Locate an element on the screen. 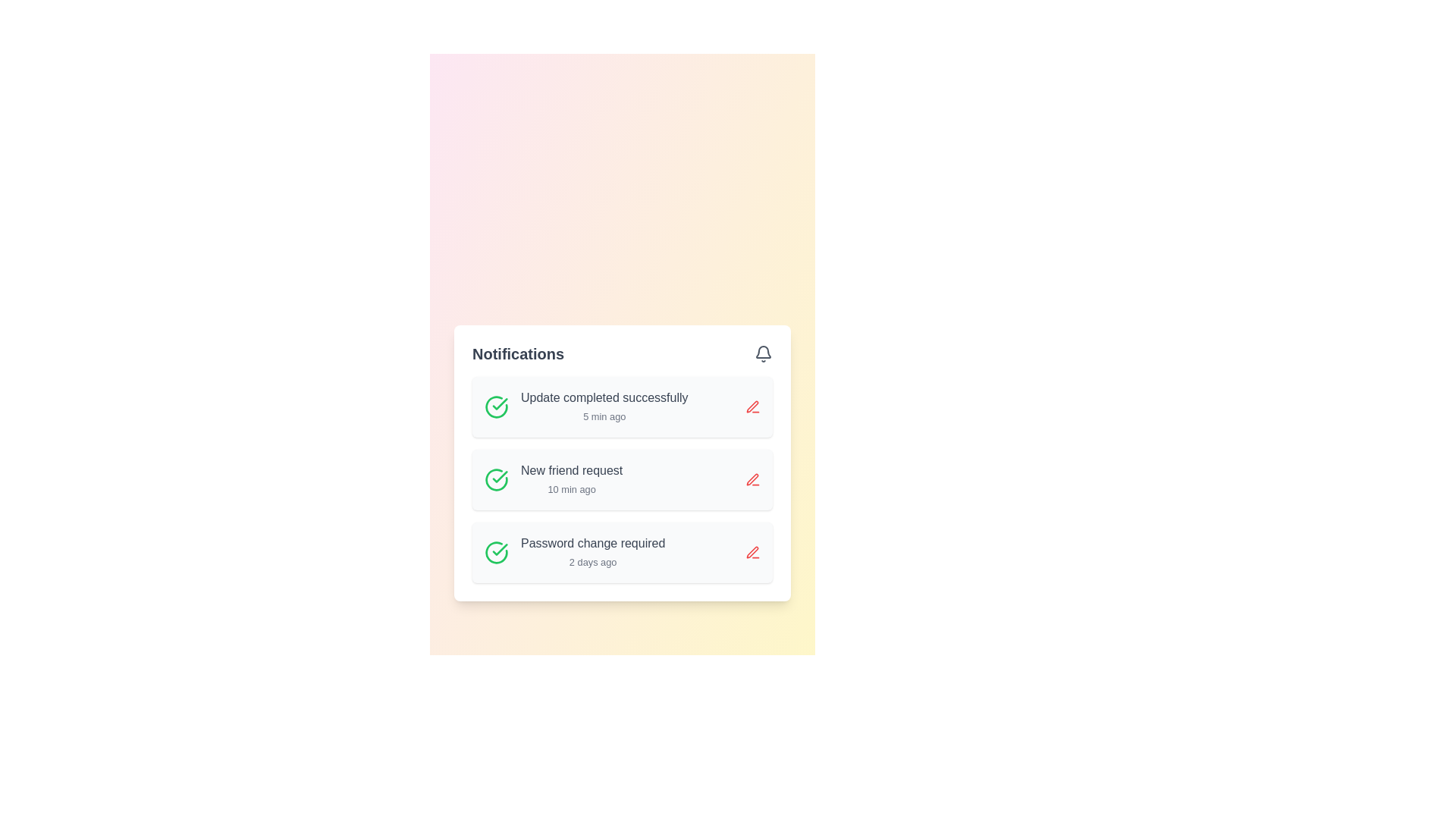 This screenshot has width=1456, height=819. the edit icon button (pen tool) associated with the 'New friend request' notification is located at coordinates (753, 479).